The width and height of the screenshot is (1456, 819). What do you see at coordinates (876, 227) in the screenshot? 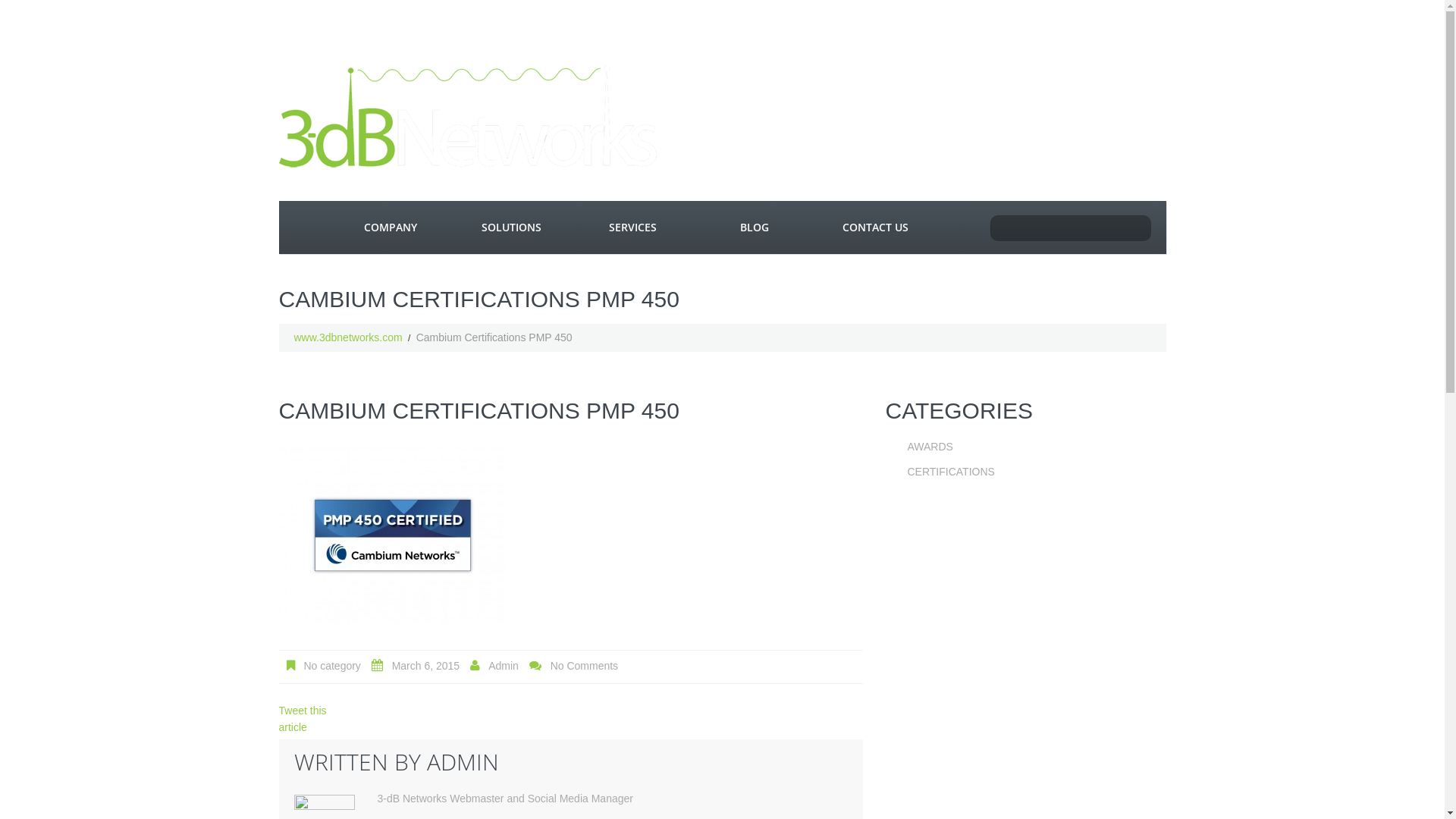
I see `'CONTACT US'` at bounding box center [876, 227].